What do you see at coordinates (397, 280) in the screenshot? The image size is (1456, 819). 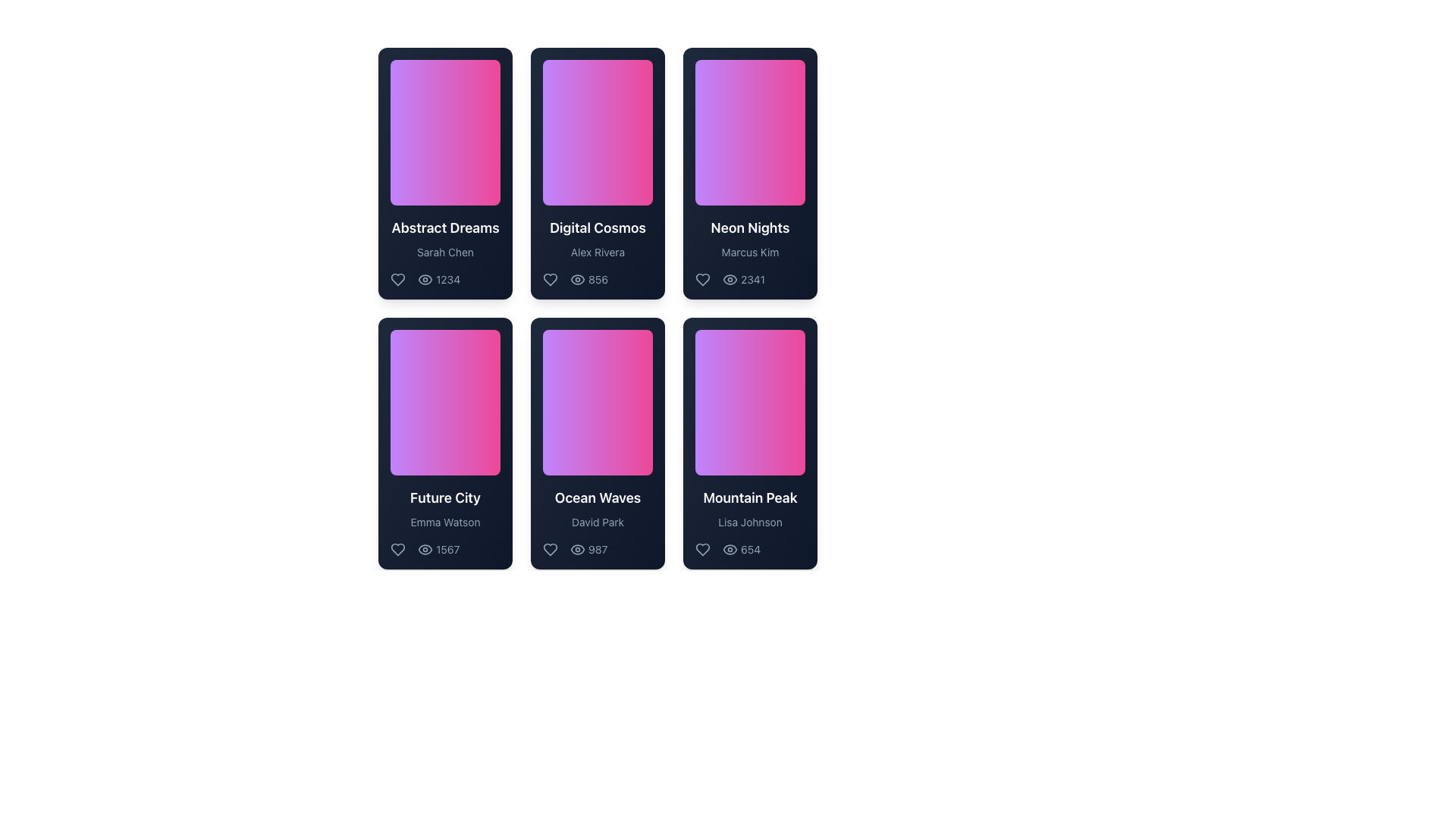 I see `the heart-shaped icon located below the 'Abstract Dreams' card's title and description, which is the leftmost icon in a horizontal group next to the text '1234'` at bounding box center [397, 280].